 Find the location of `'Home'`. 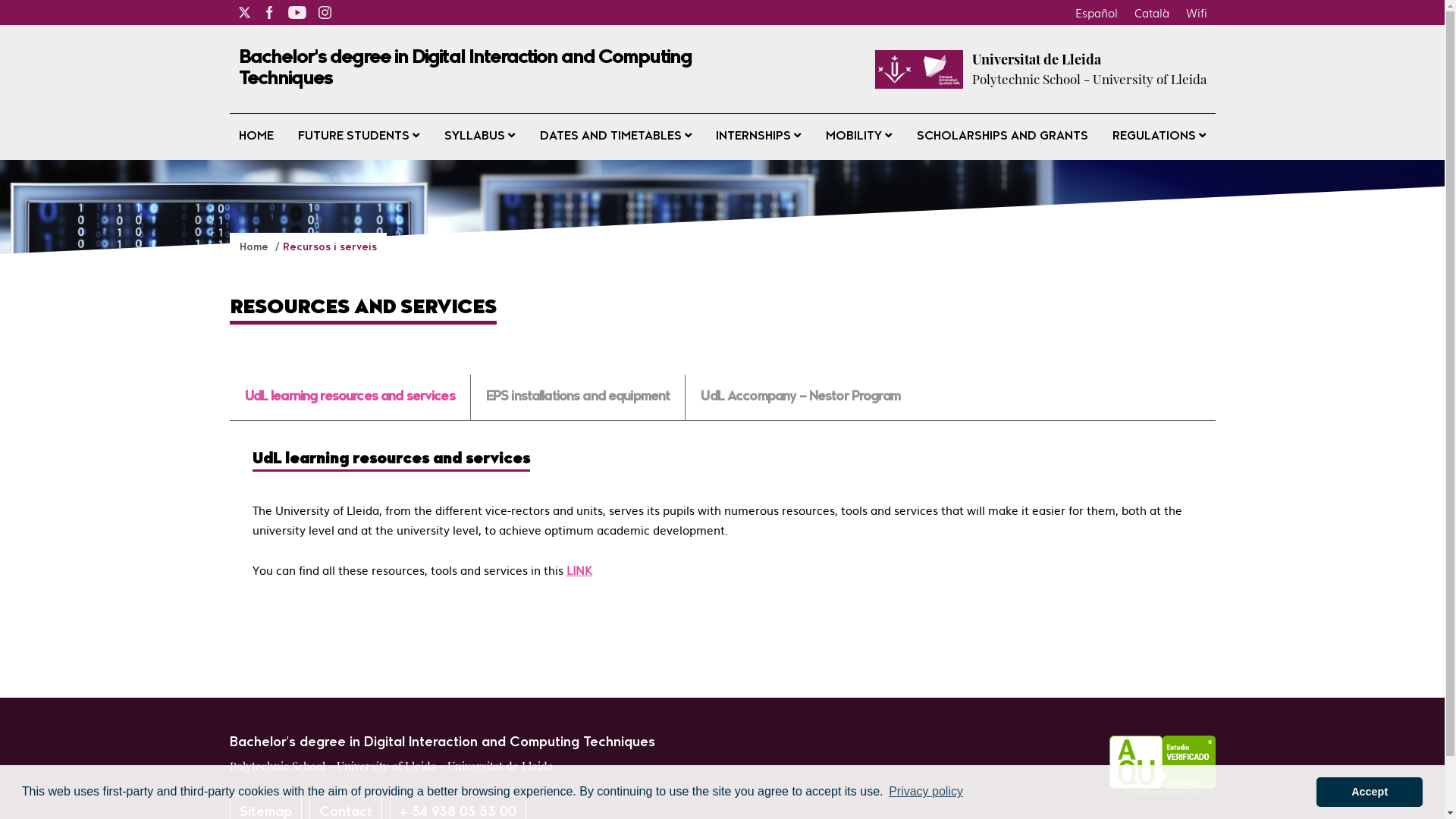

'Home' is located at coordinates (255, 246).